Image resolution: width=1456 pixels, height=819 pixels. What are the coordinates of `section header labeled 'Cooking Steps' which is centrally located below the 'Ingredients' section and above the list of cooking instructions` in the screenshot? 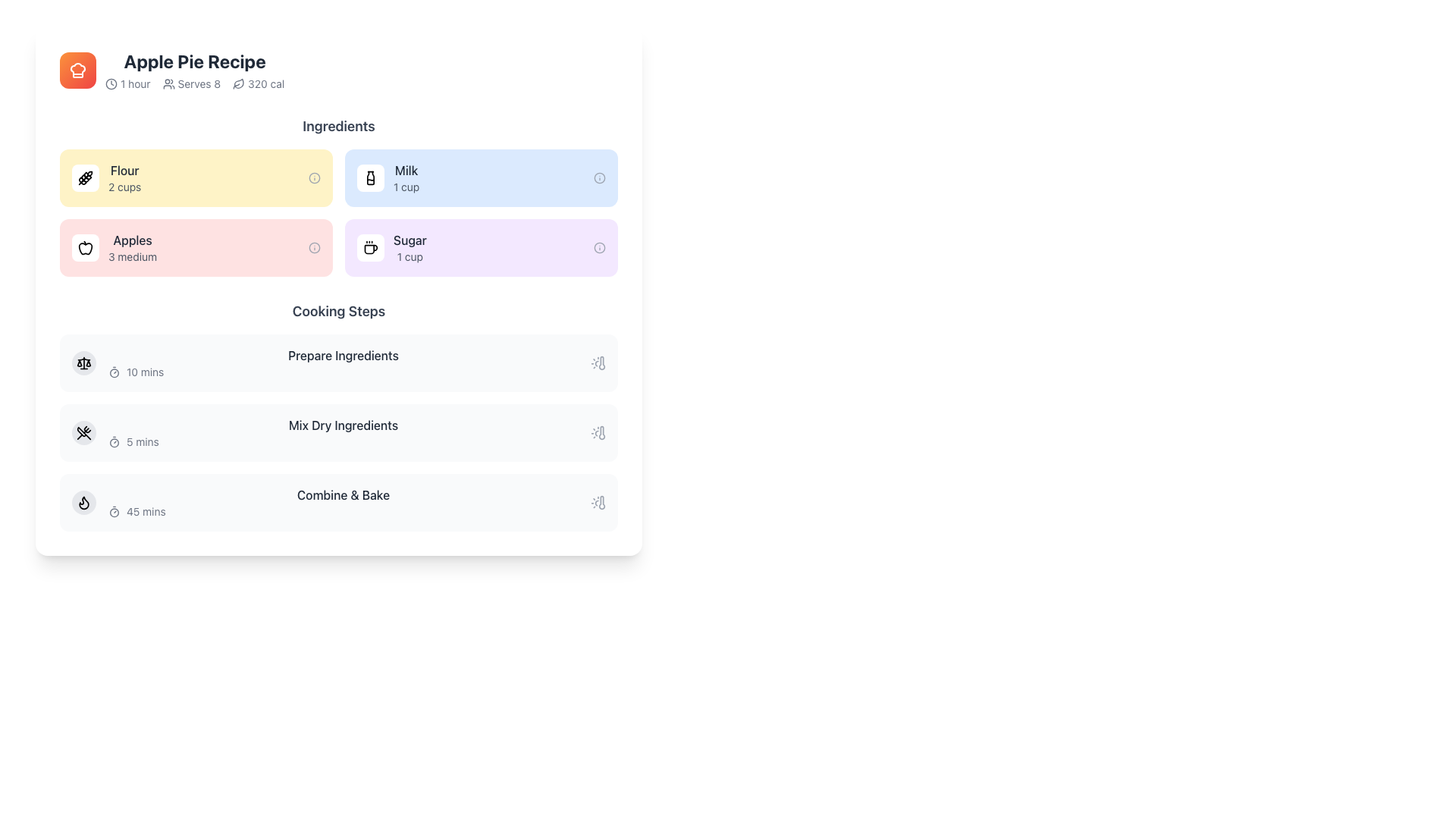 It's located at (337, 311).